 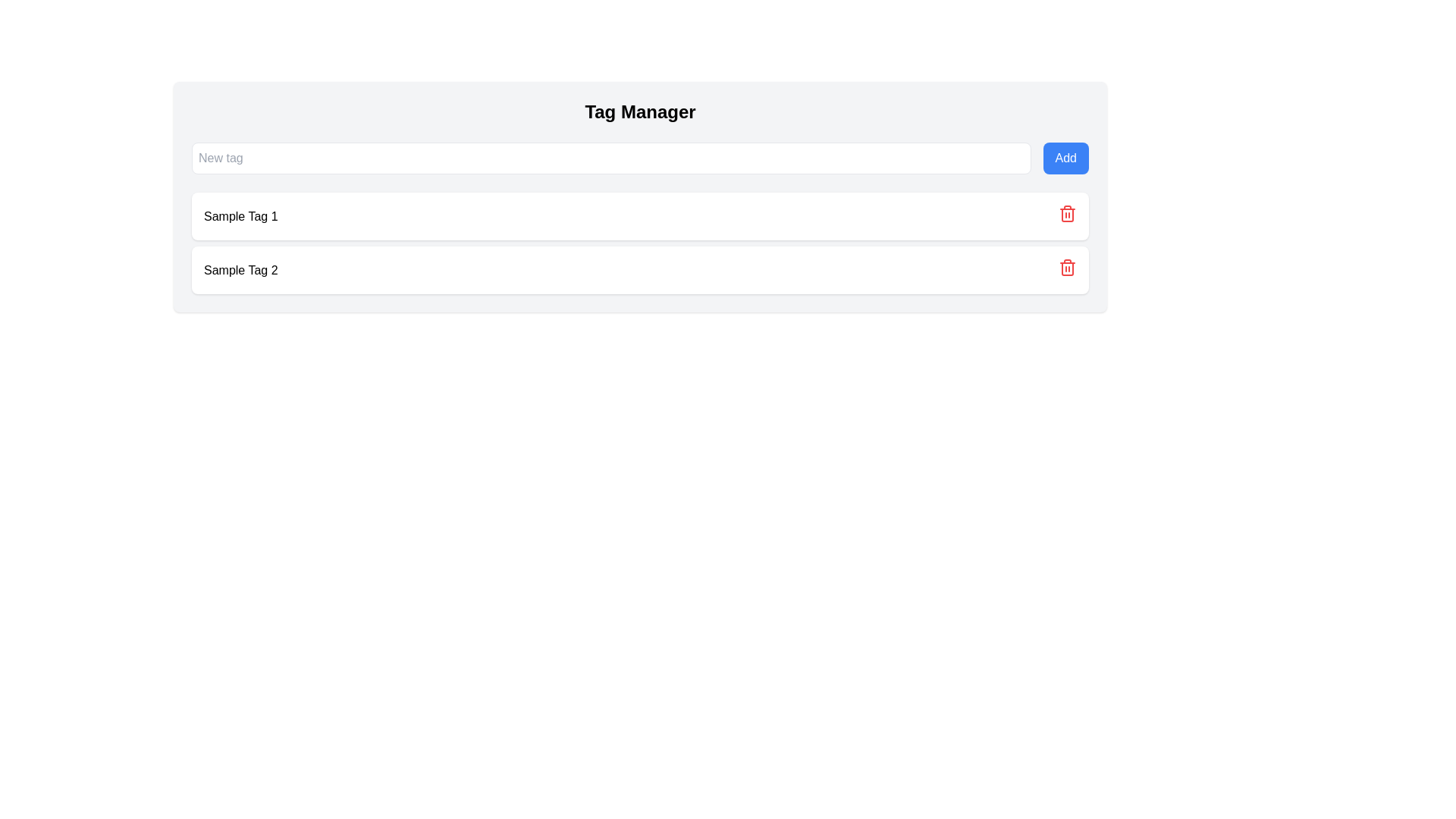 What do you see at coordinates (1065, 158) in the screenshot?
I see `the 'Add' button located in the upper right corner of the panel, adjacent to the 'New tag' input field, to interact with the keyboard` at bounding box center [1065, 158].